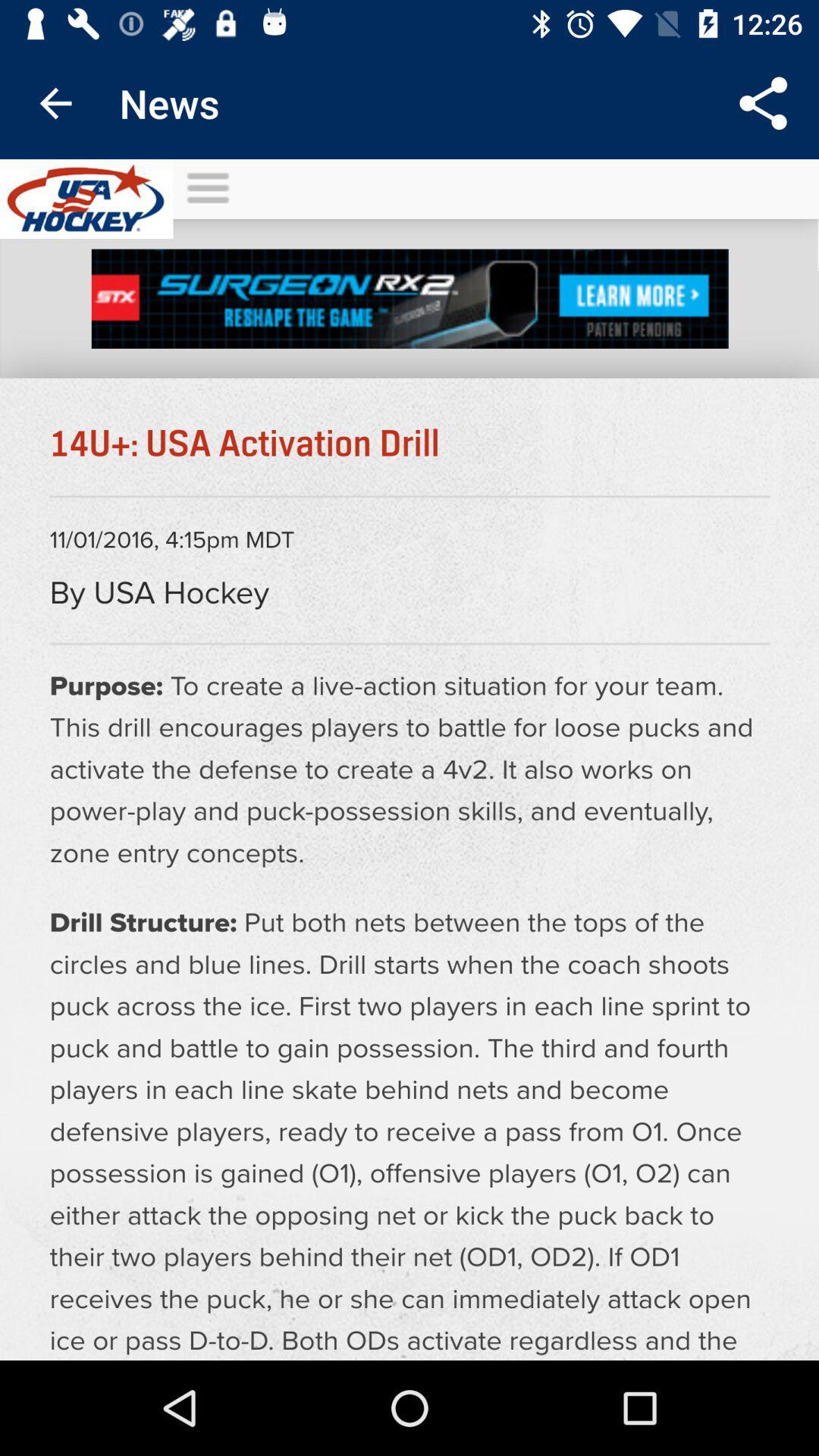 This screenshot has height=1456, width=819. I want to click on read content, so click(409, 760).